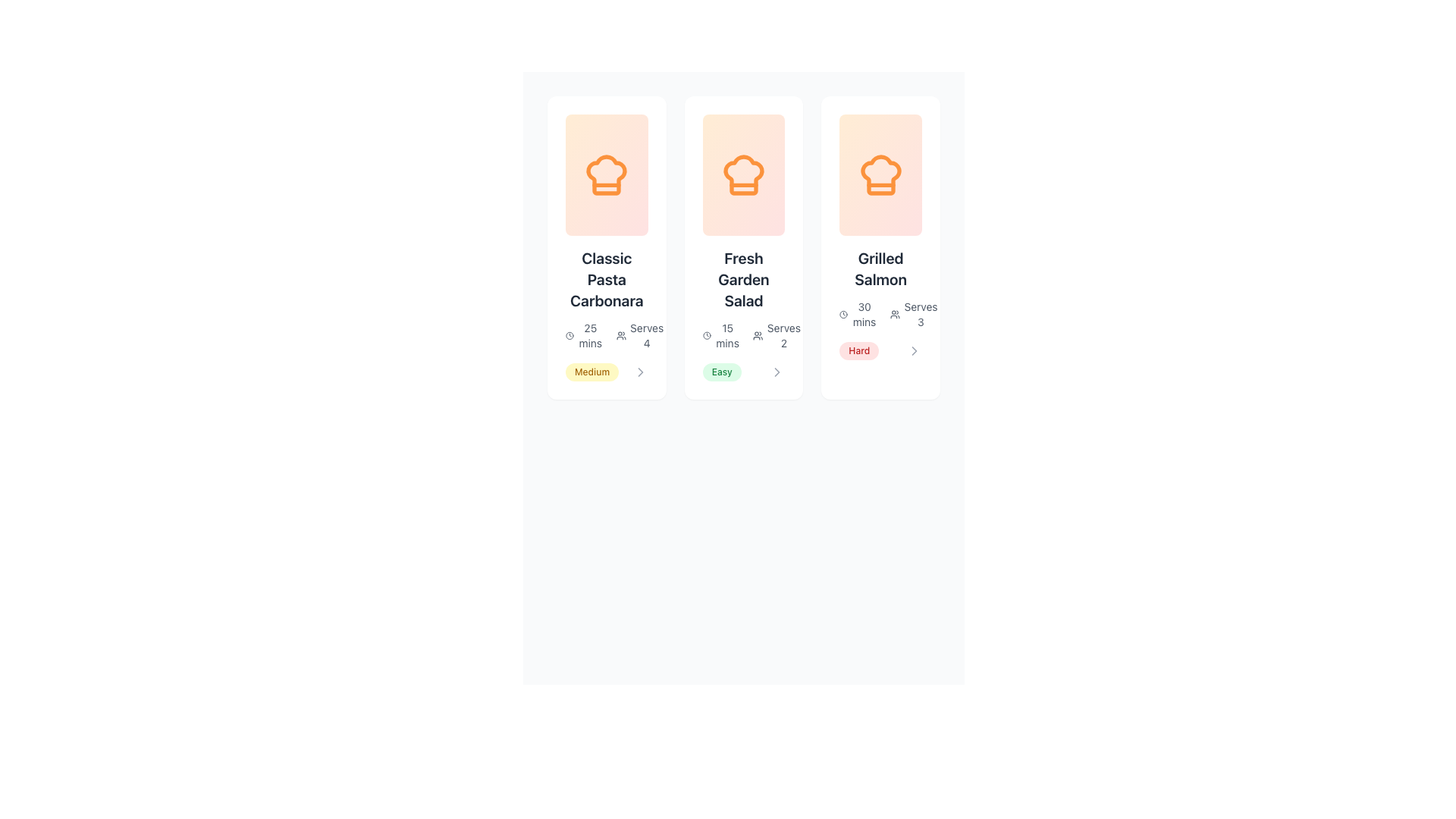 The width and height of the screenshot is (1456, 819). I want to click on the circular clock icon located within the 'Grilled Salmon' card, positioned to the left of the '30 mins' text, so click(843, 314).